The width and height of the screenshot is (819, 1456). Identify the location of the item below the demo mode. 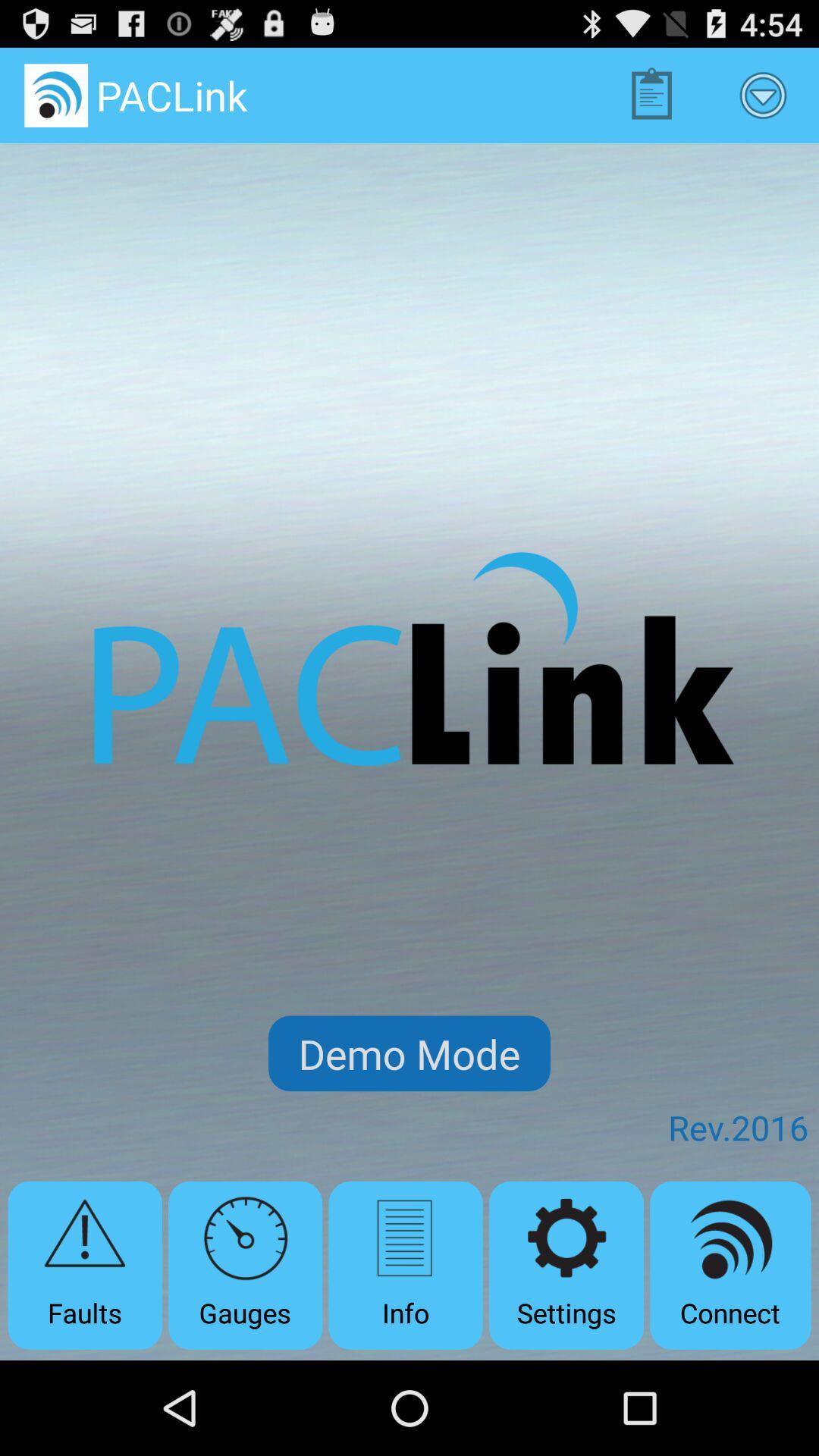
(566, 1265).